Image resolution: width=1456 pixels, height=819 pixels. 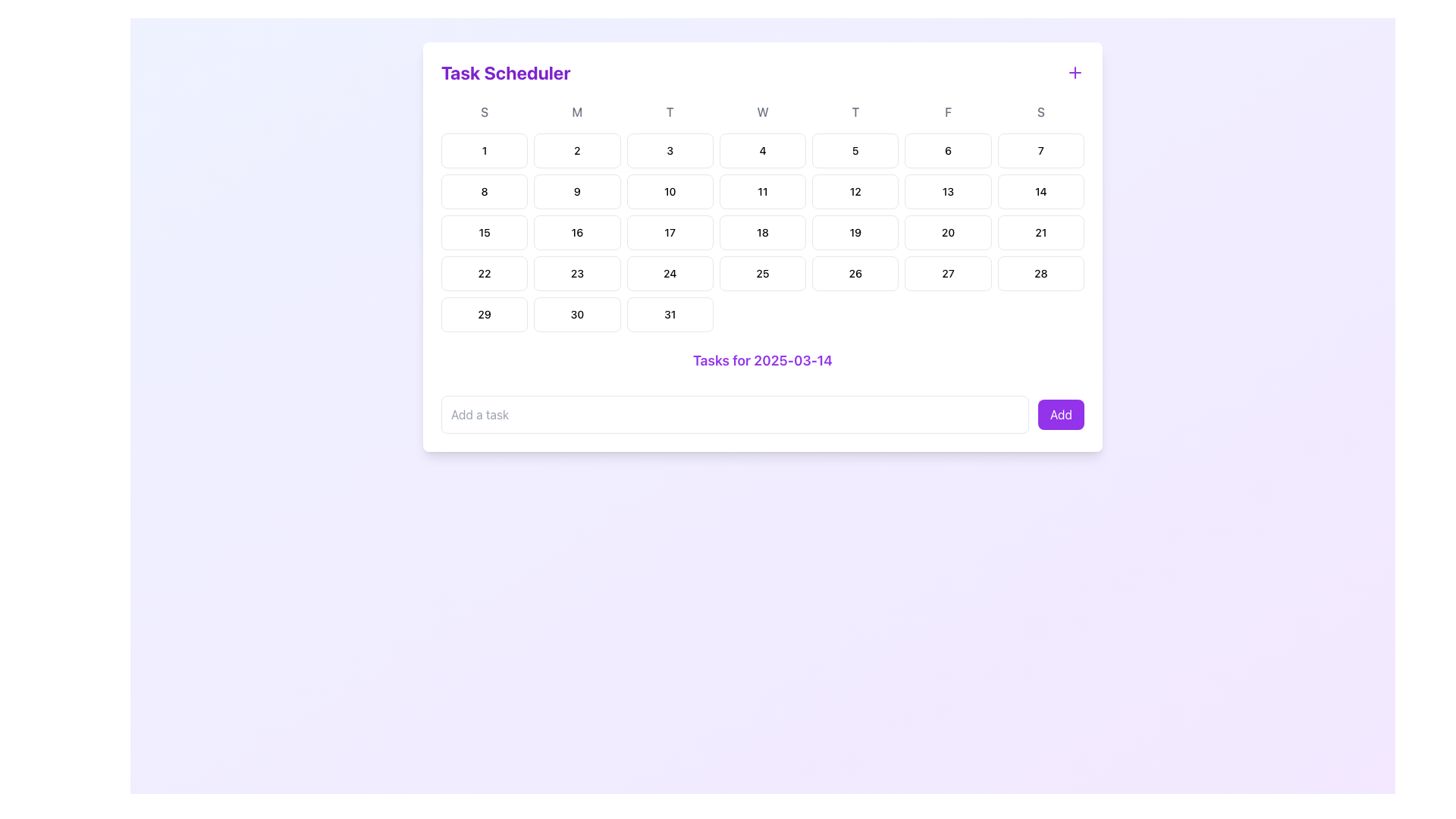 I want to click on the square-shaped button with rounded corners displaying the number '29' in the calendar grid layout, located in the first cell of the last row under the S column header, so click(x=484, y=314).